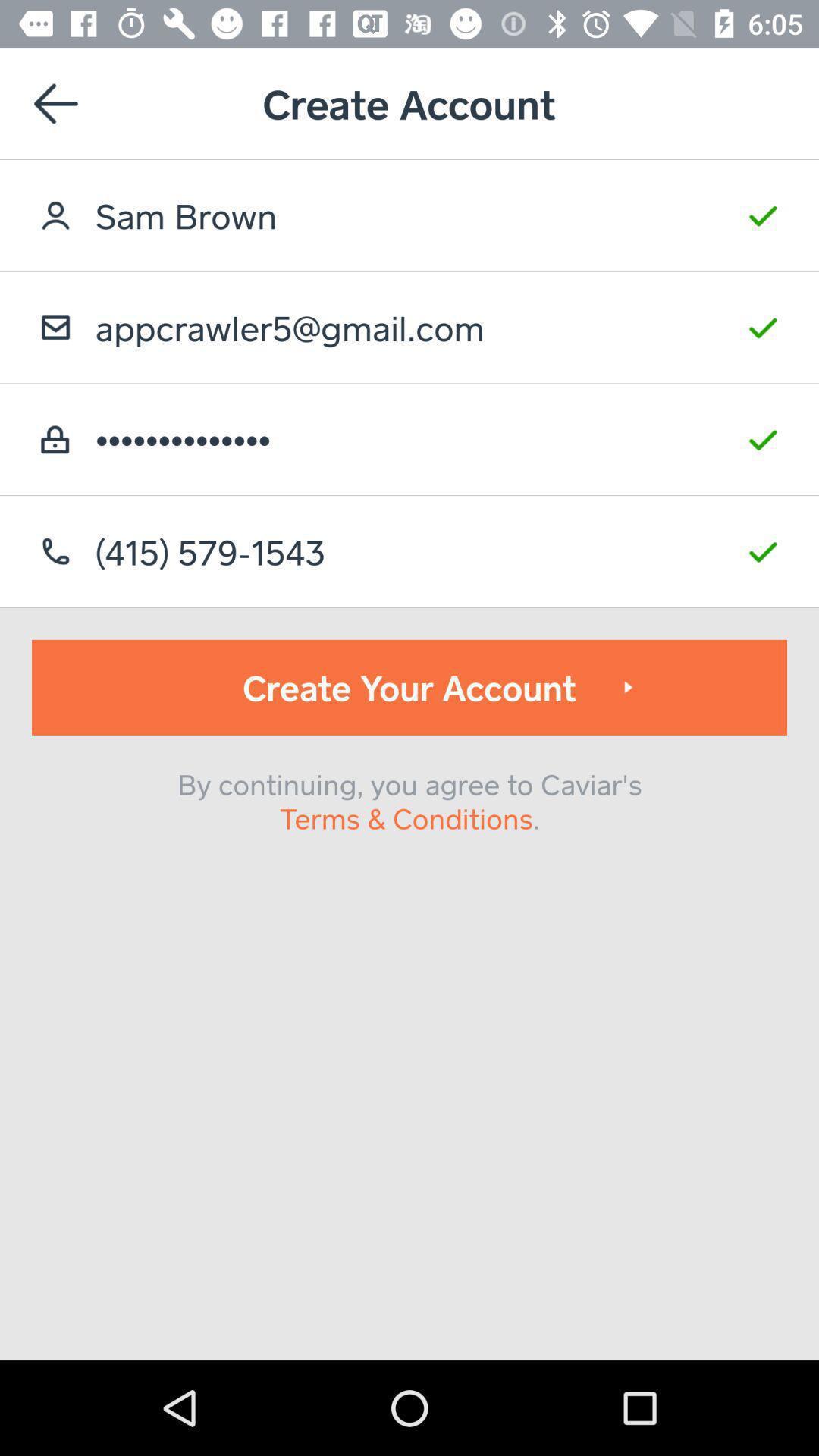 This screenshot has height=1456, width=819. I want to click on go back, so click(55, 102).